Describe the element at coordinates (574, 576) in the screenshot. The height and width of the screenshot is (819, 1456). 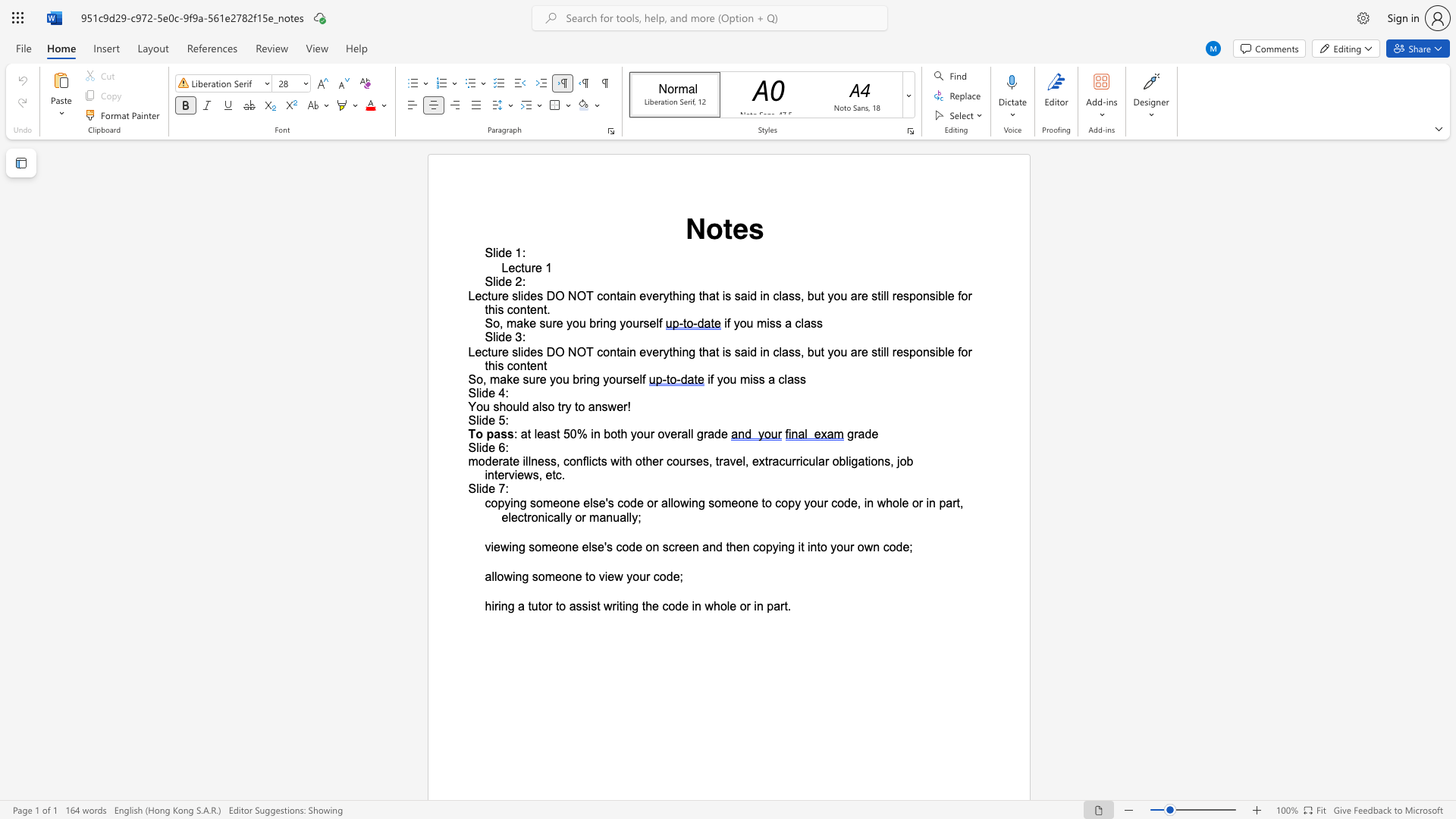
I see `the subset text "e t" within the text "allowing someone to view your code;"` at that location.